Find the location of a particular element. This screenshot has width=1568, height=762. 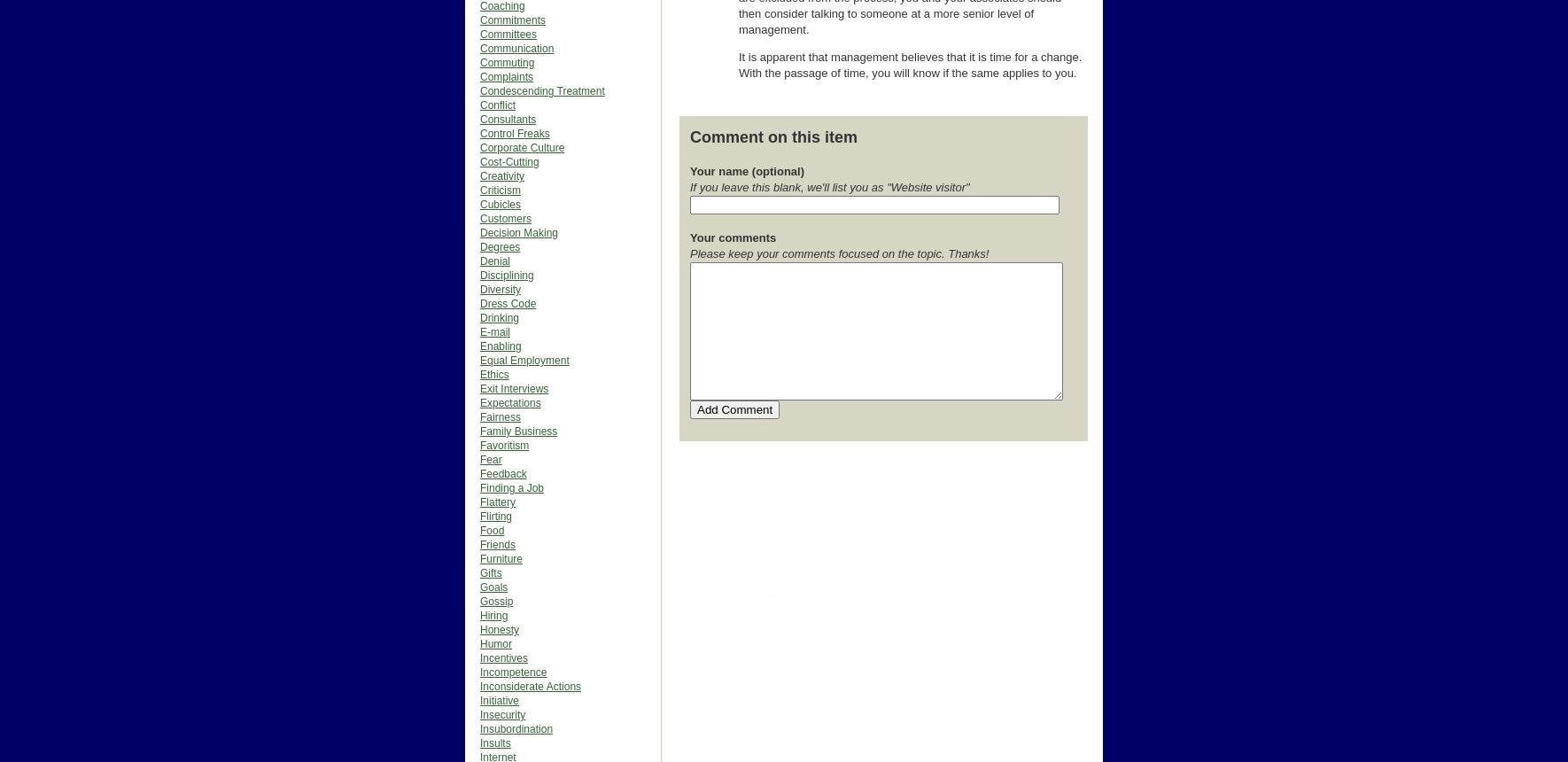

'Food' is located at coordinates (492, 529).